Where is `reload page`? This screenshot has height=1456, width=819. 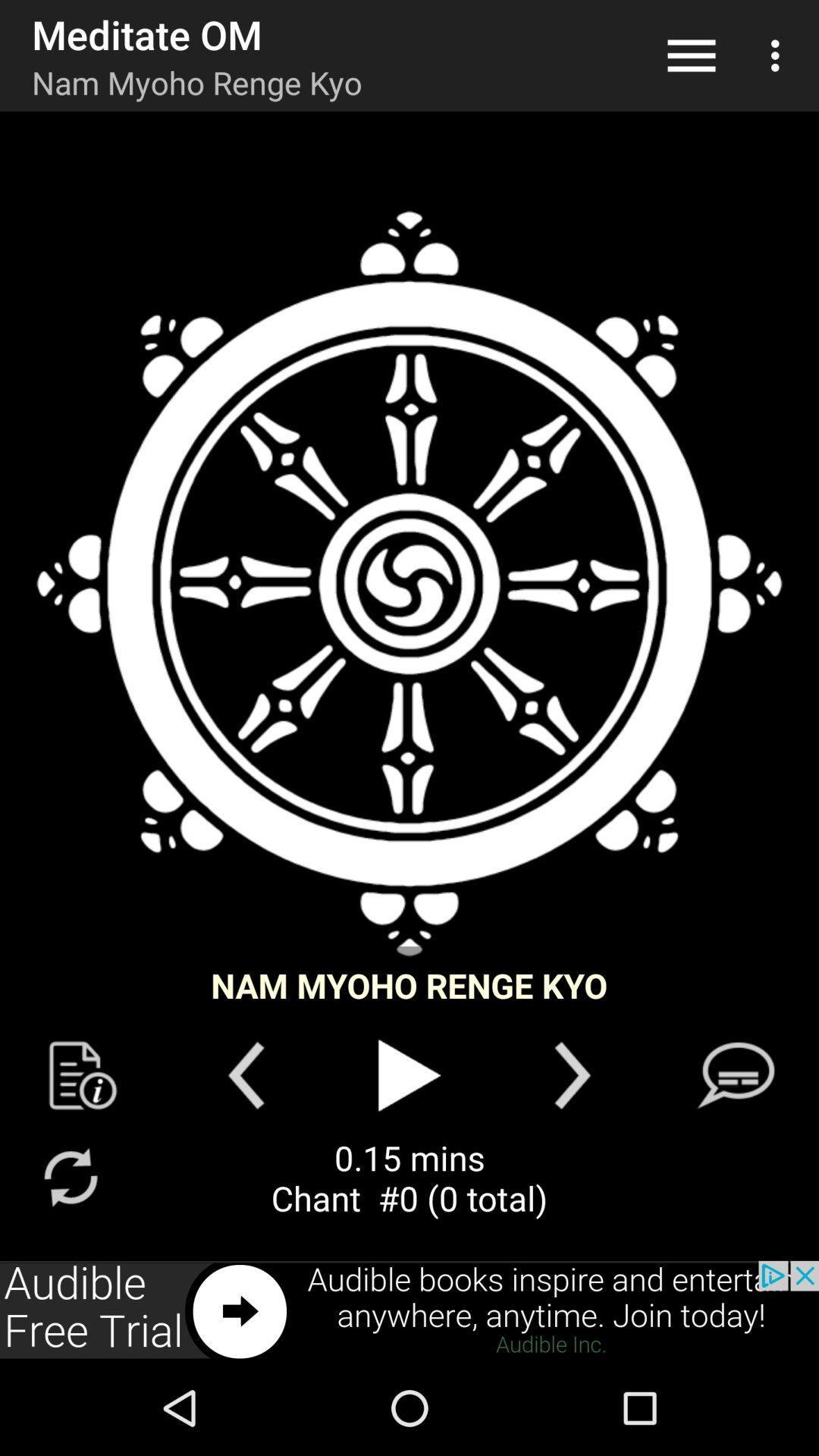
reload page is located at coordinates (70, 1176).